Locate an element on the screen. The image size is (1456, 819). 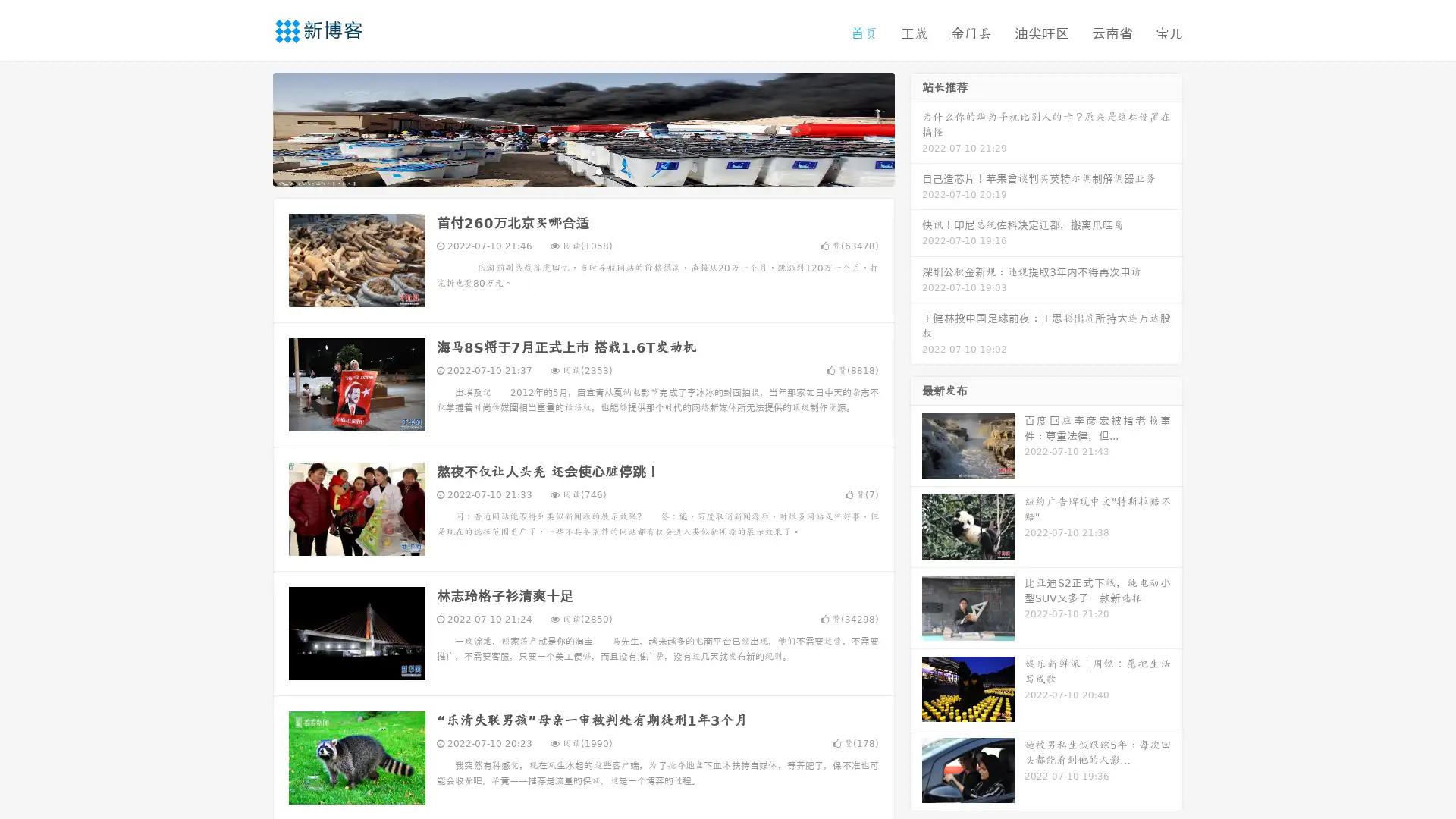
Previous slide is located at coordinates (250, 127).